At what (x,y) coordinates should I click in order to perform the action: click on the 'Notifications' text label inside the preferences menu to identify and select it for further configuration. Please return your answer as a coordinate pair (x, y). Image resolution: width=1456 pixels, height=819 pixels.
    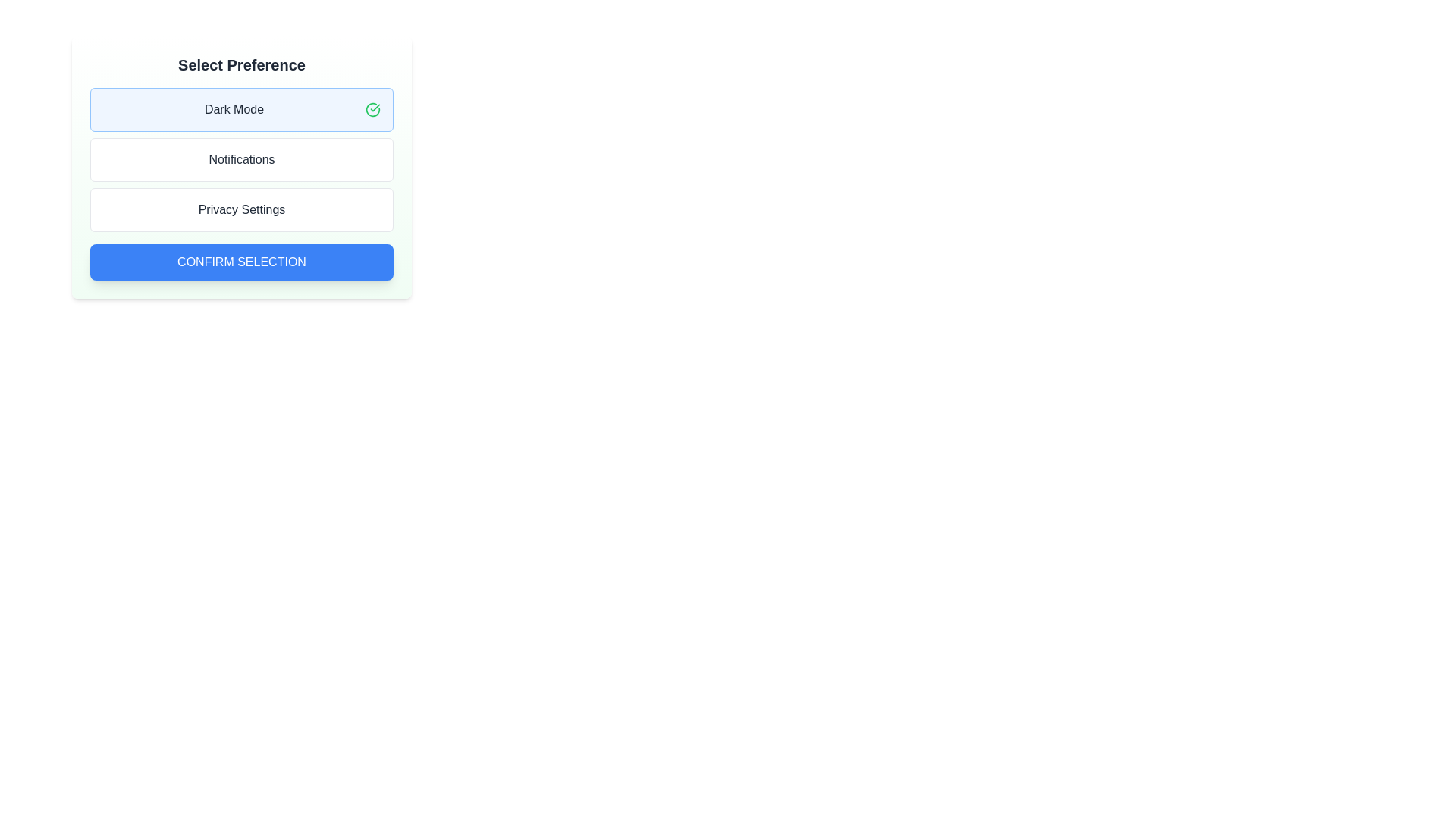
    Looking at the image, I should click on (240, 160).